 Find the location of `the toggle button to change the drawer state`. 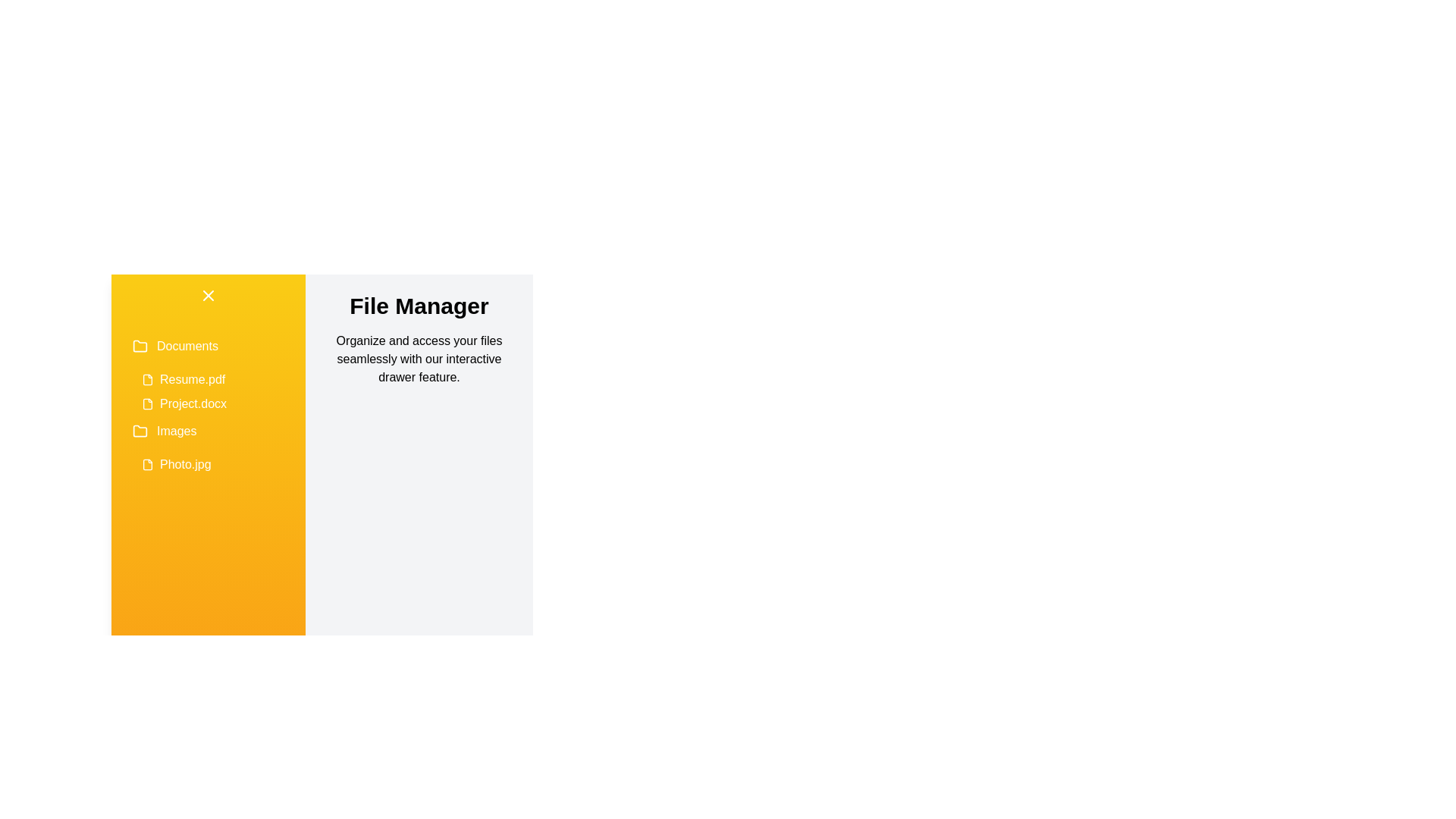

the toggle button to change the drawer state is located at coordinates (207, 295).